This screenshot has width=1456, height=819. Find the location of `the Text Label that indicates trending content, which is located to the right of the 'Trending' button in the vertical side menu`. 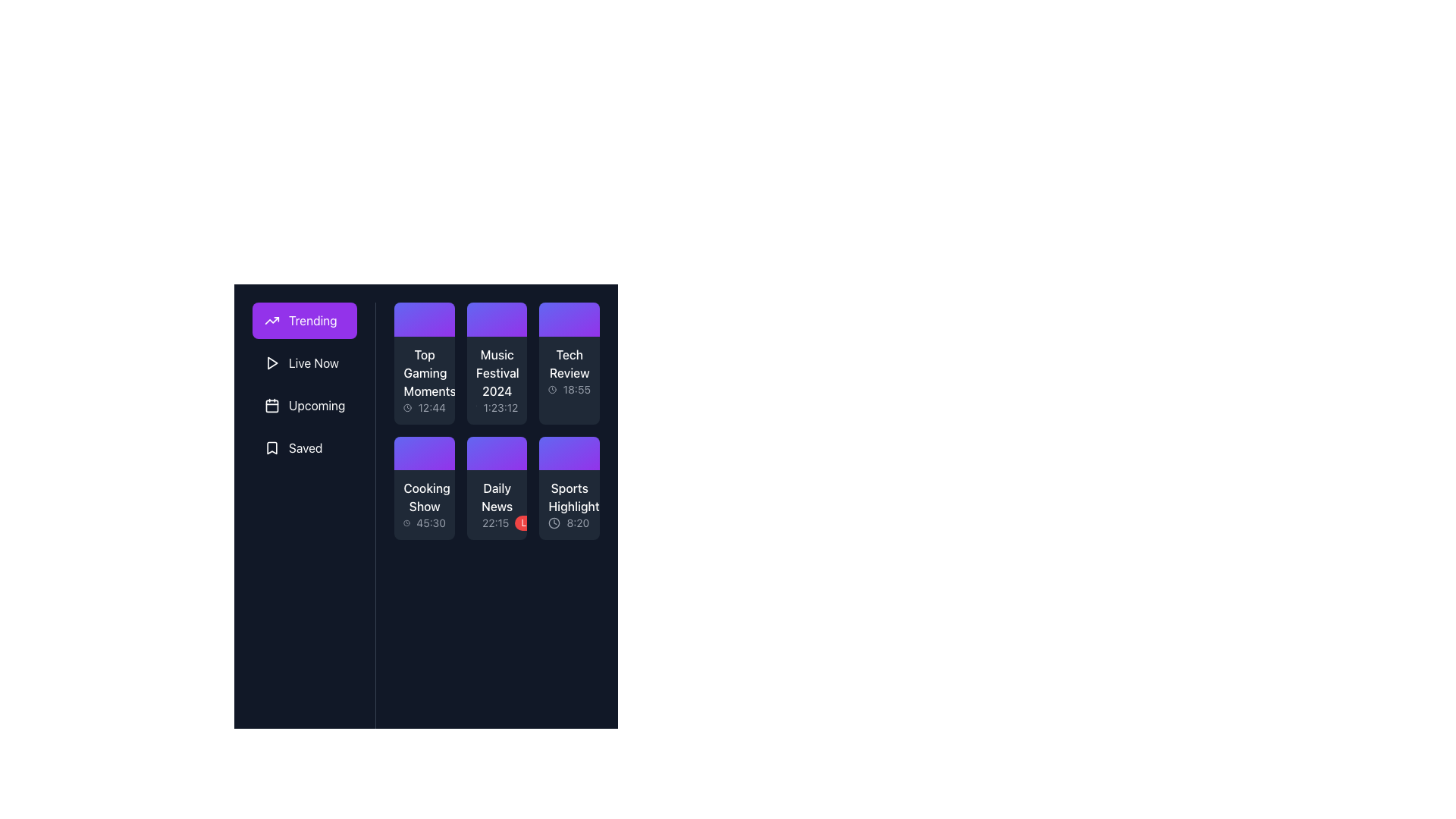

the Text Label that indicates trending content, which is located to the right of the 'Trending' button in the vertical side menu is located at coordinates (312, 320).